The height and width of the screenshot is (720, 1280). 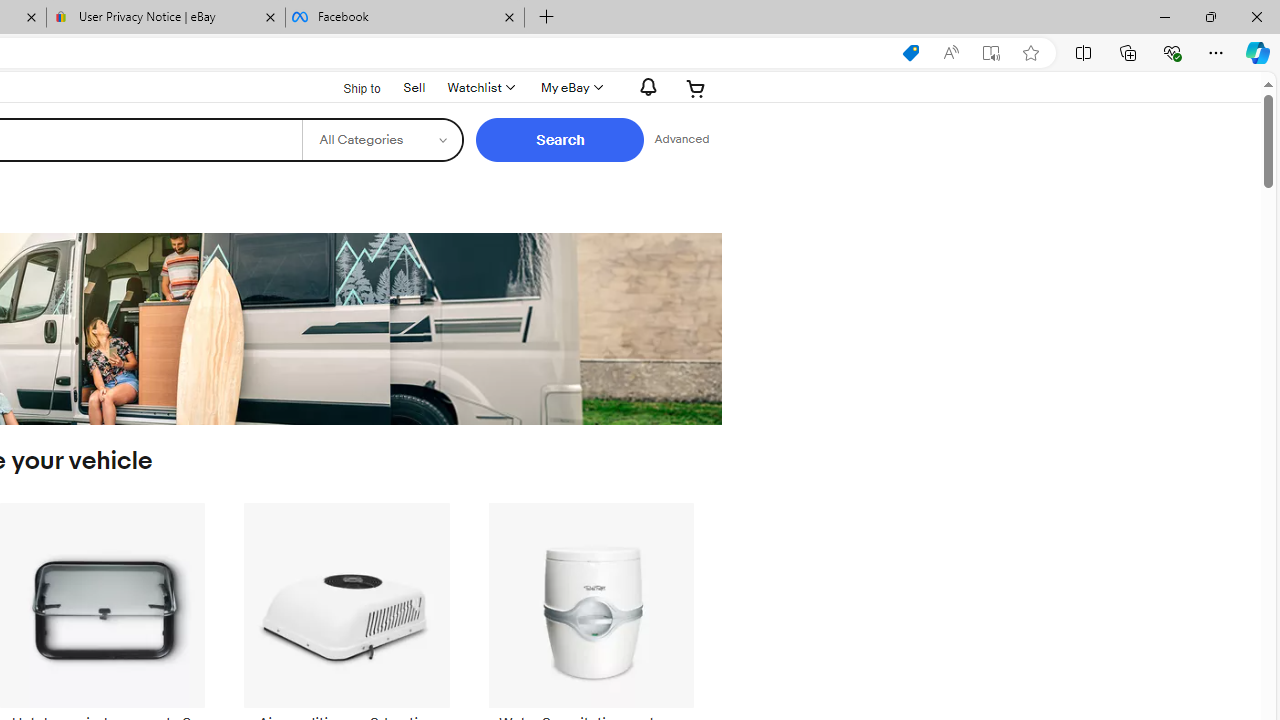 I want to click on 'Minimize', so click(x=1164, y=16).